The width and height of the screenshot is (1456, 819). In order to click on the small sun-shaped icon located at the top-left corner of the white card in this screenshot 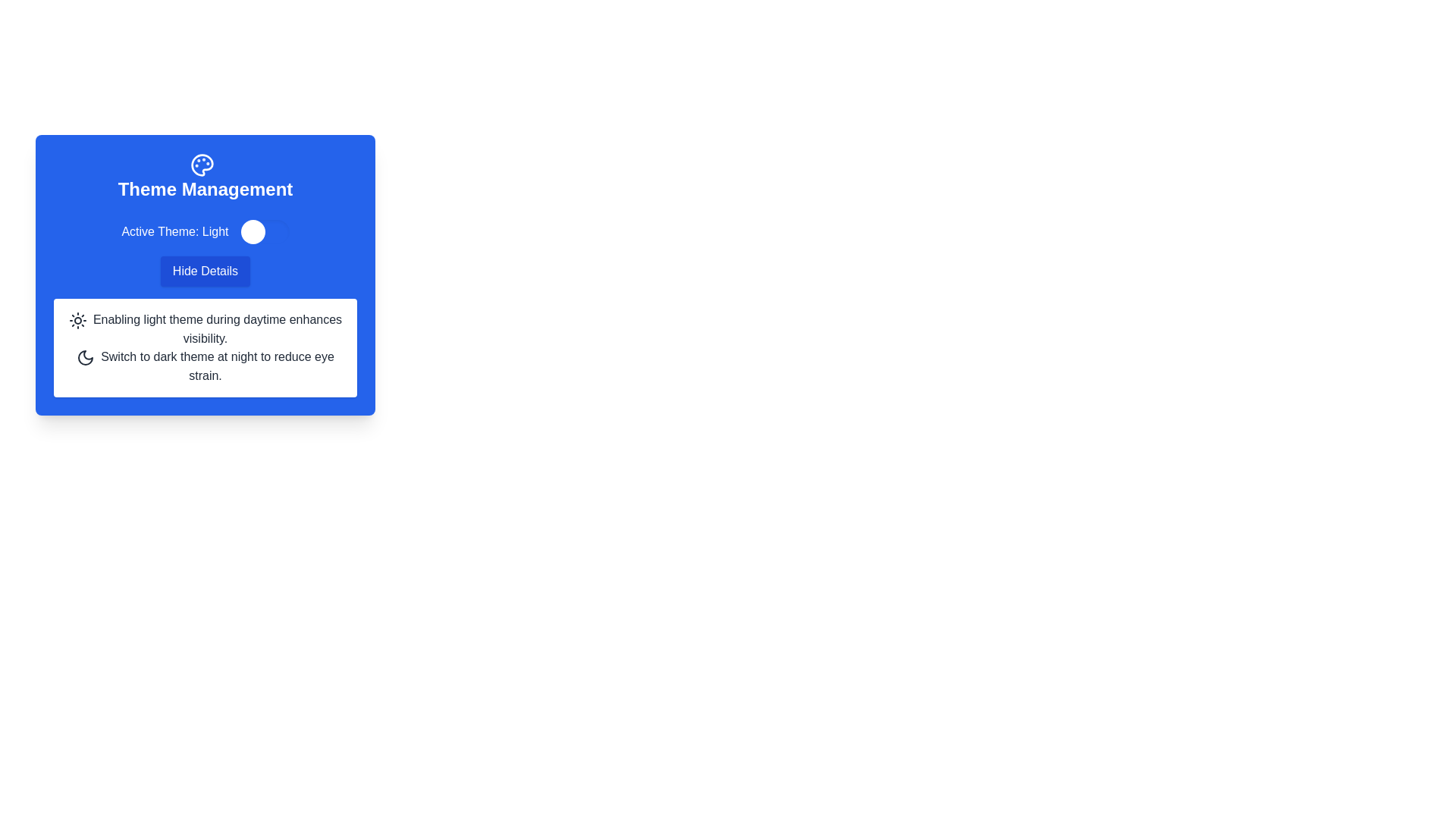, I will do `click(77, 319)`.